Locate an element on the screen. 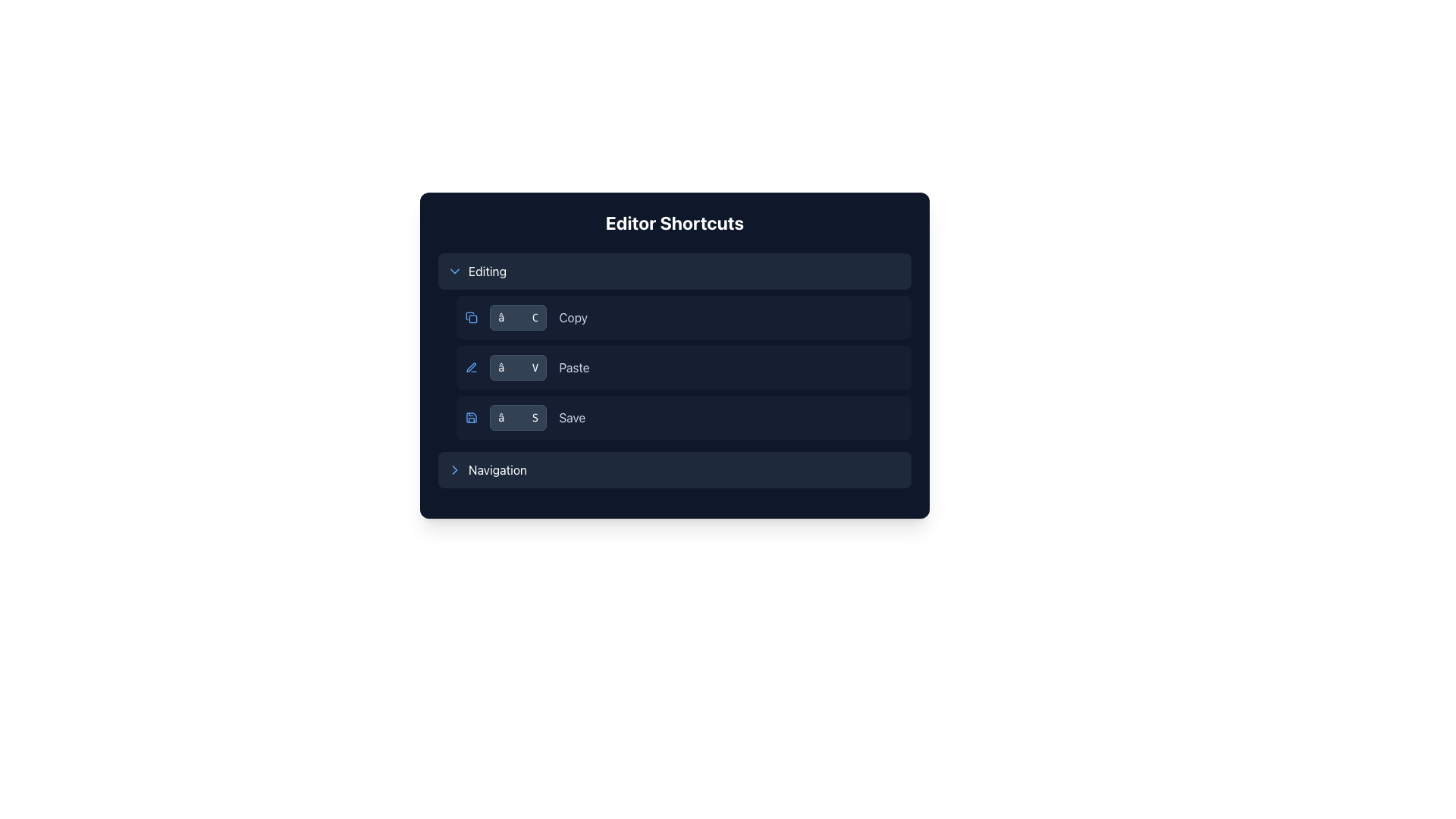 Image resolution: width=1456 pixels, height=819 pixels. the right-facing chevron arrow icon, which is styled with a thin stroked line and blue color, located to the left of the 'Navigation' text in the bottom-most row of options is located at coordinates (454, 469).